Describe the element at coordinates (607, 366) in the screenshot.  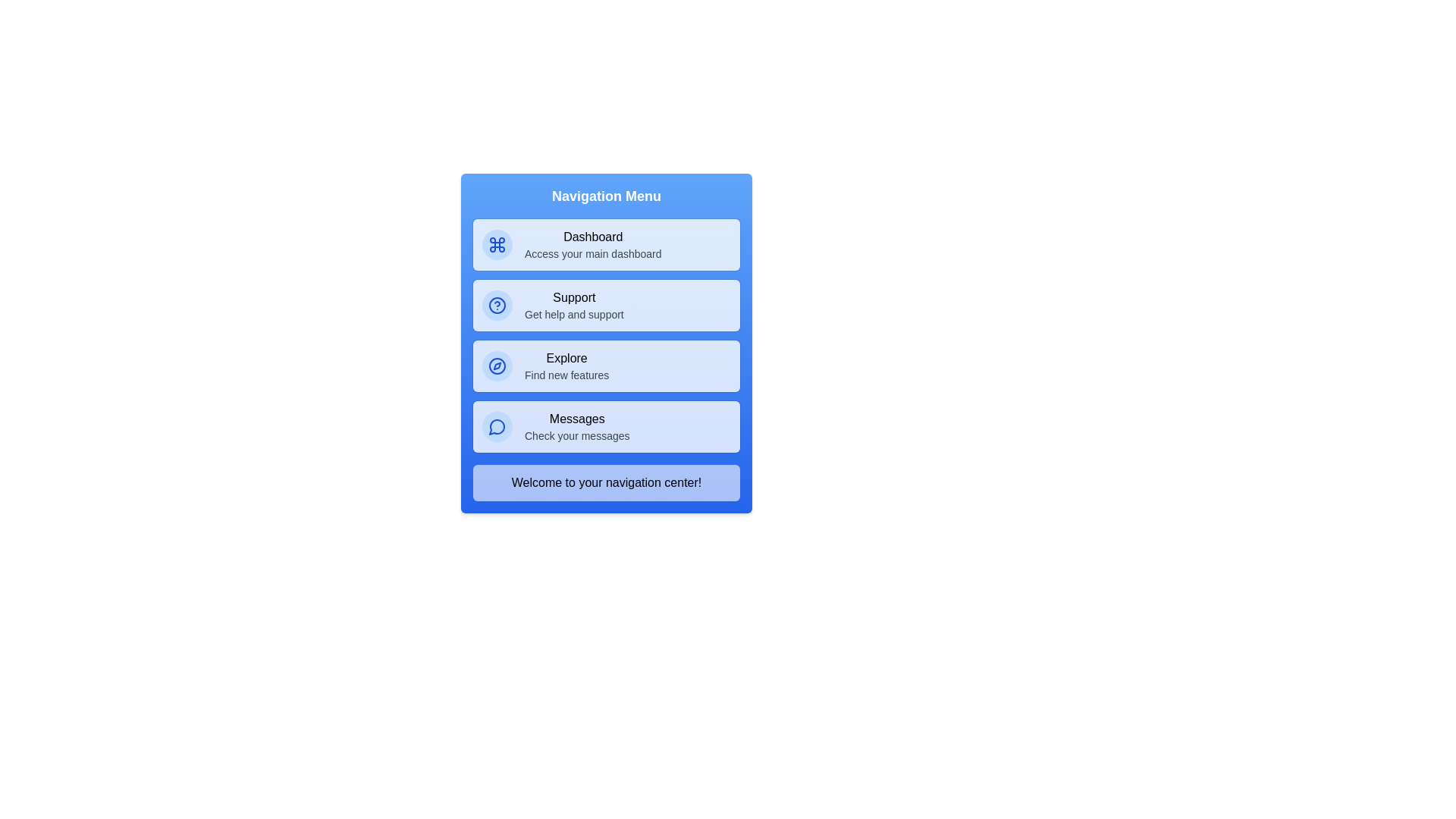
I see `the menu item corresponding to Explore` at that location.